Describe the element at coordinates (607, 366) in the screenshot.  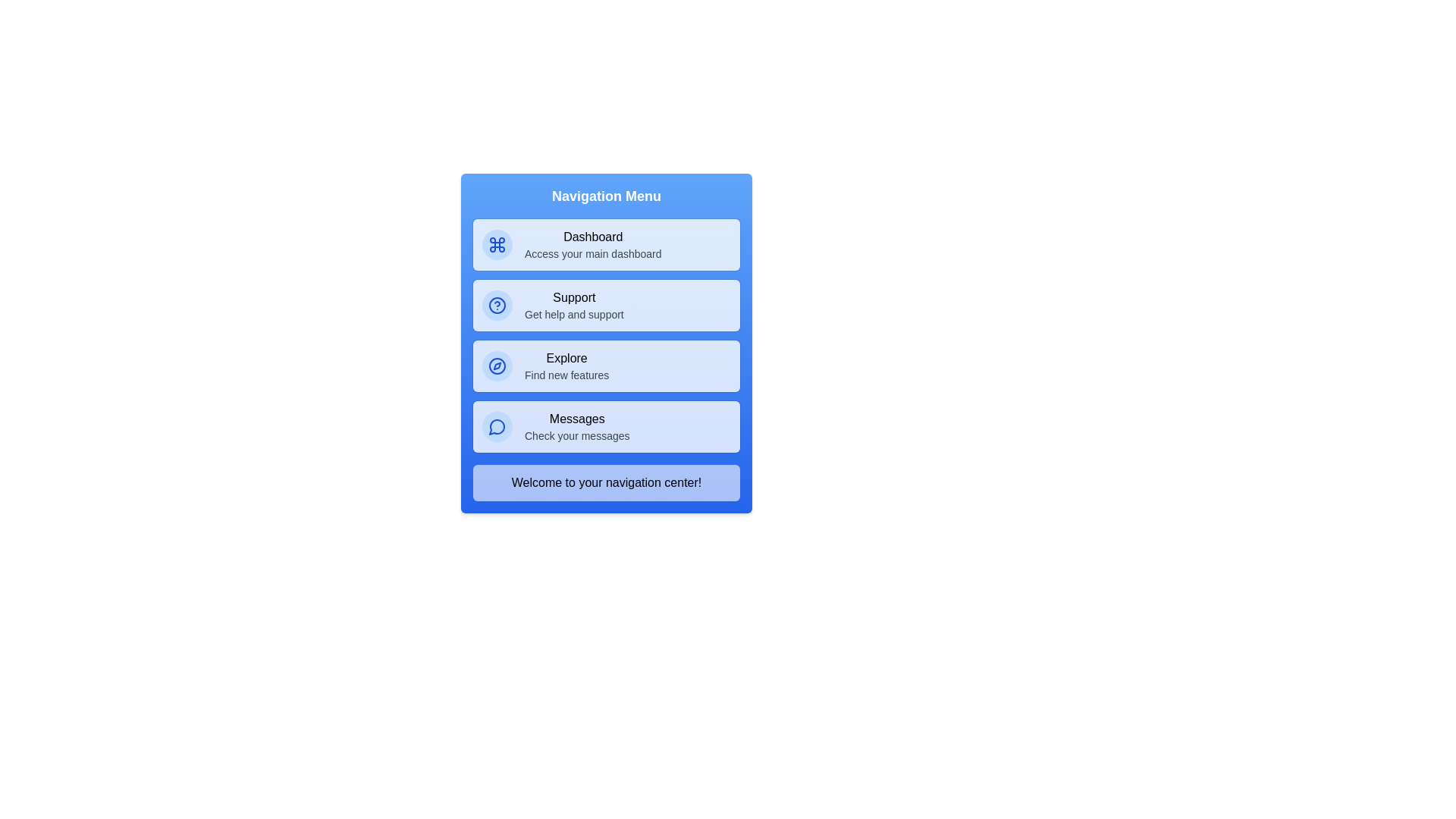
I see `the menu item corresponding to Explore` at that location.